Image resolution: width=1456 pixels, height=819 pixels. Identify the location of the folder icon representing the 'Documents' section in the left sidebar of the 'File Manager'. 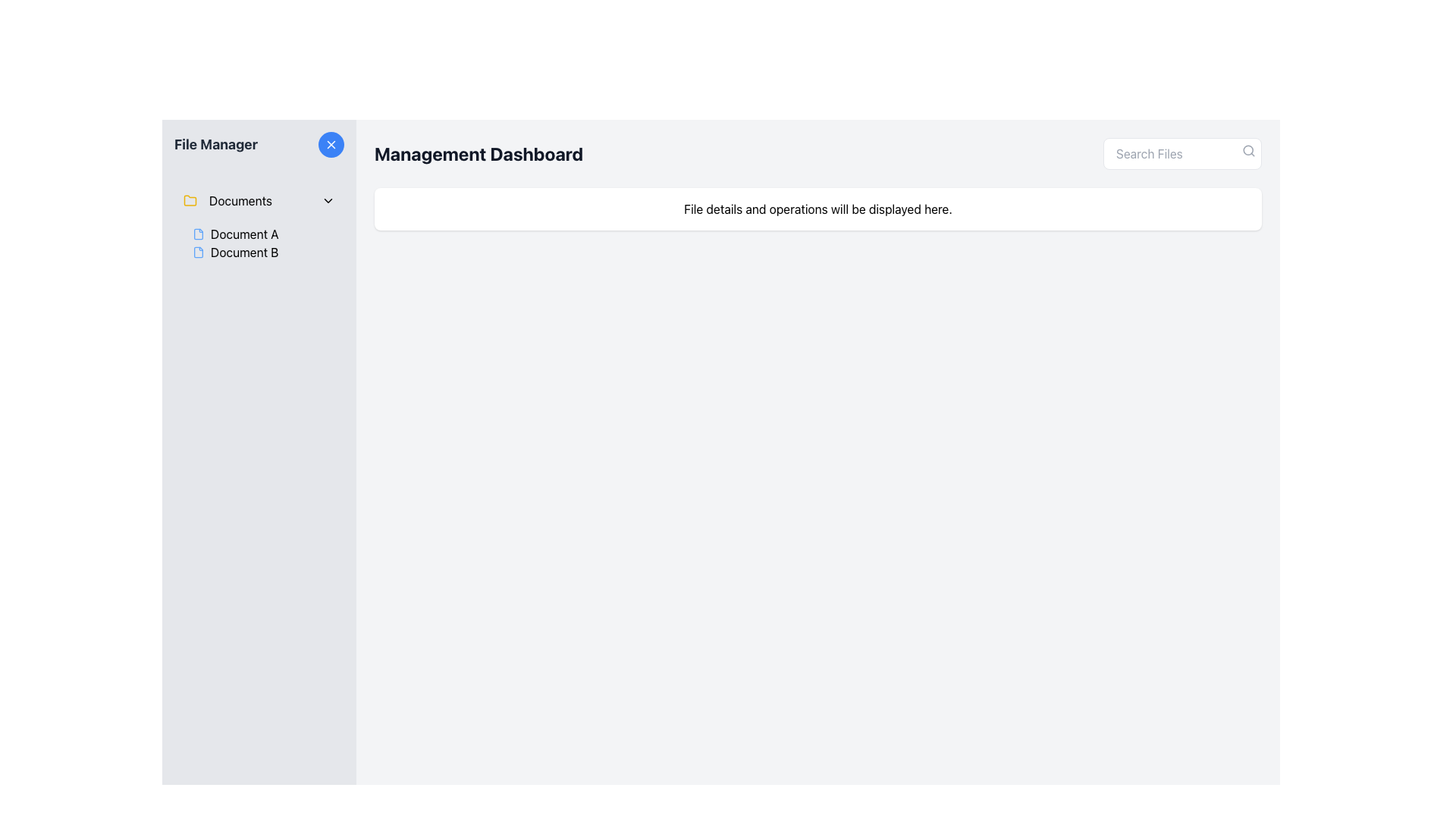
(189, 199).